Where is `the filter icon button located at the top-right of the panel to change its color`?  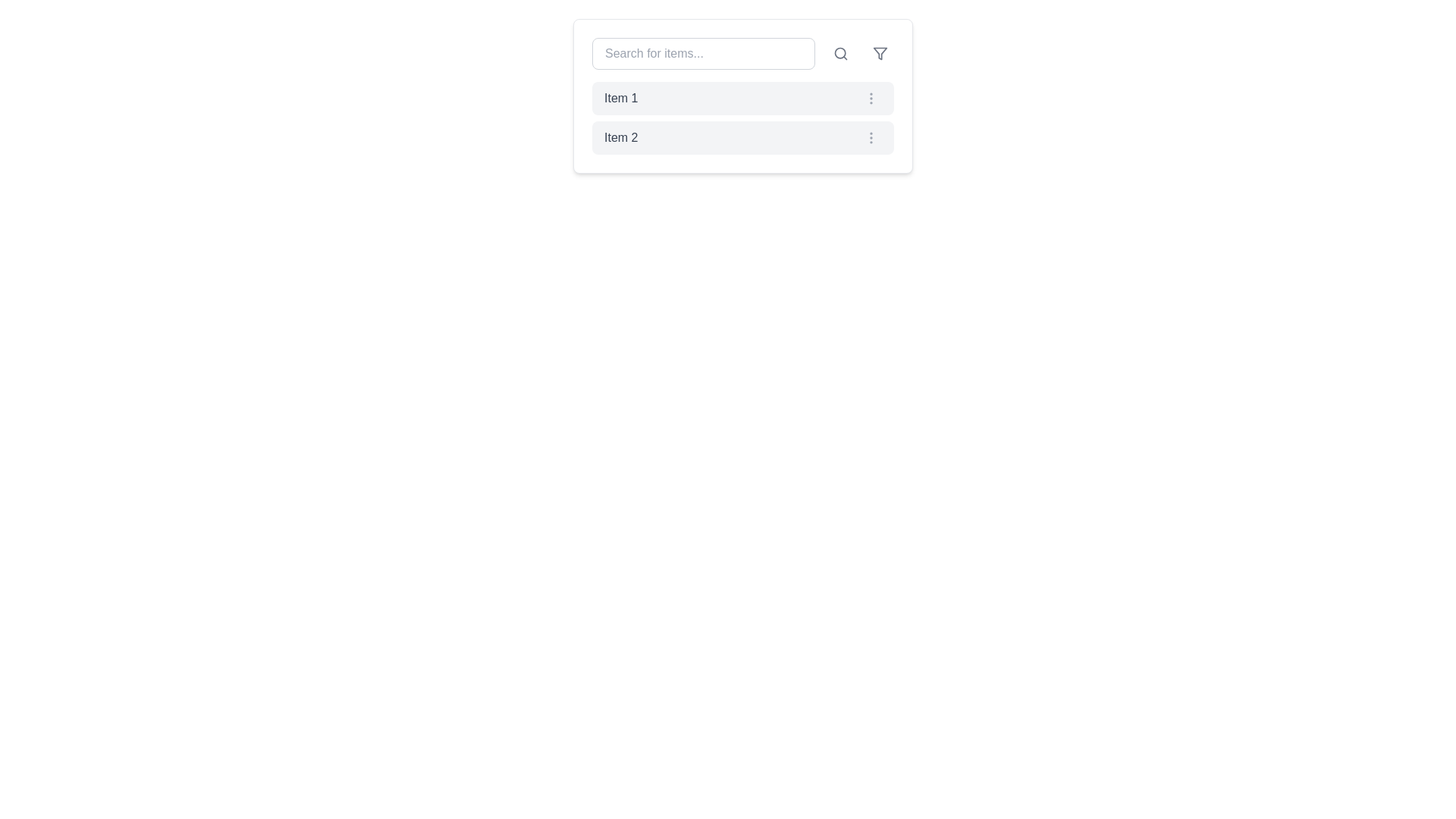
the filter icon button located at the top-right of the panel to change its color is located at coordinates (880, 52).